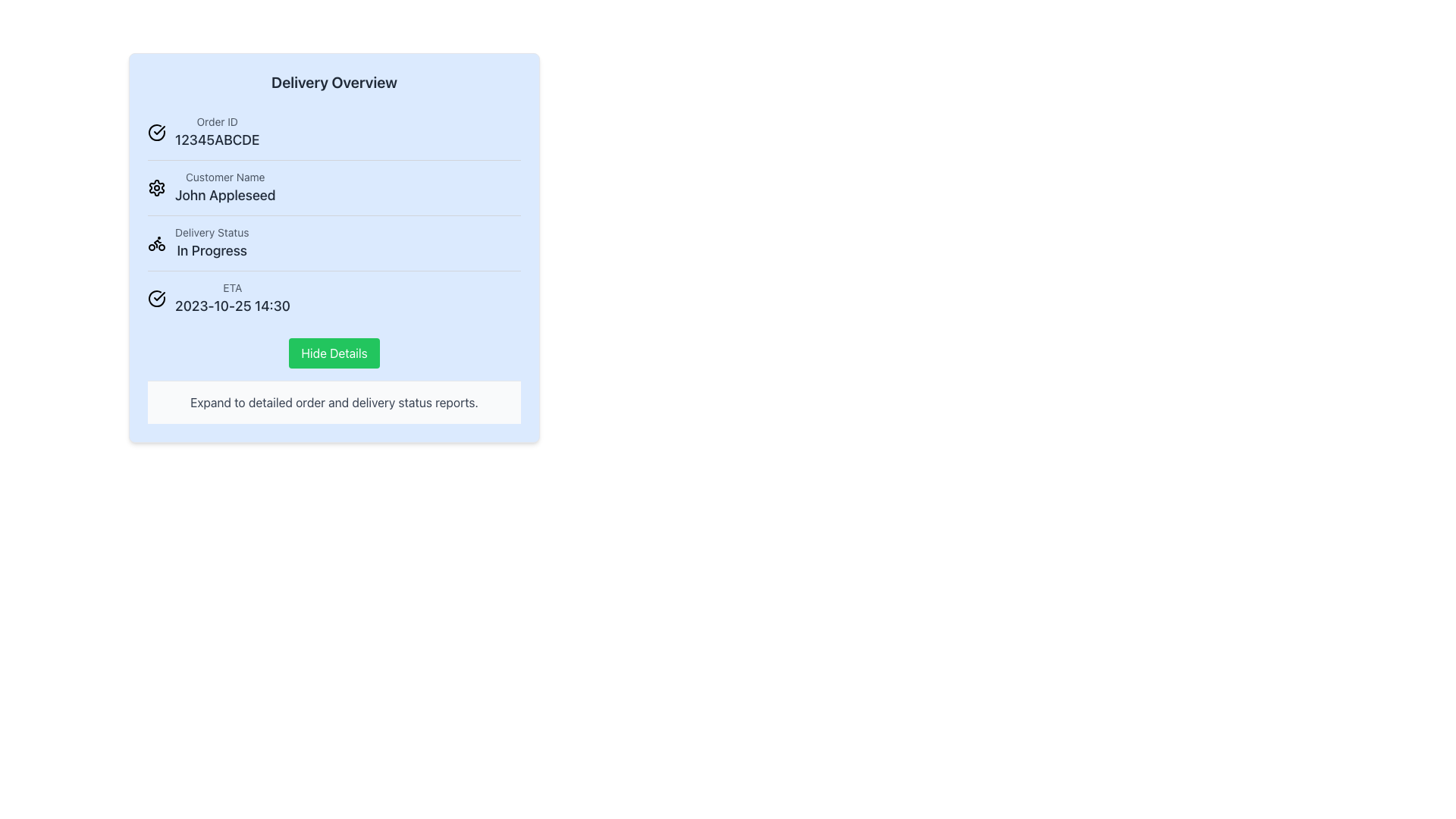 The width and height of the screenshot is (1456, 819). Describe the element at coordinates (216, 131) in the screenshot. I see `the order identifier text display, which shows the order number '12345ABCDE' located near the top of the Delivery Overview section` at that location.